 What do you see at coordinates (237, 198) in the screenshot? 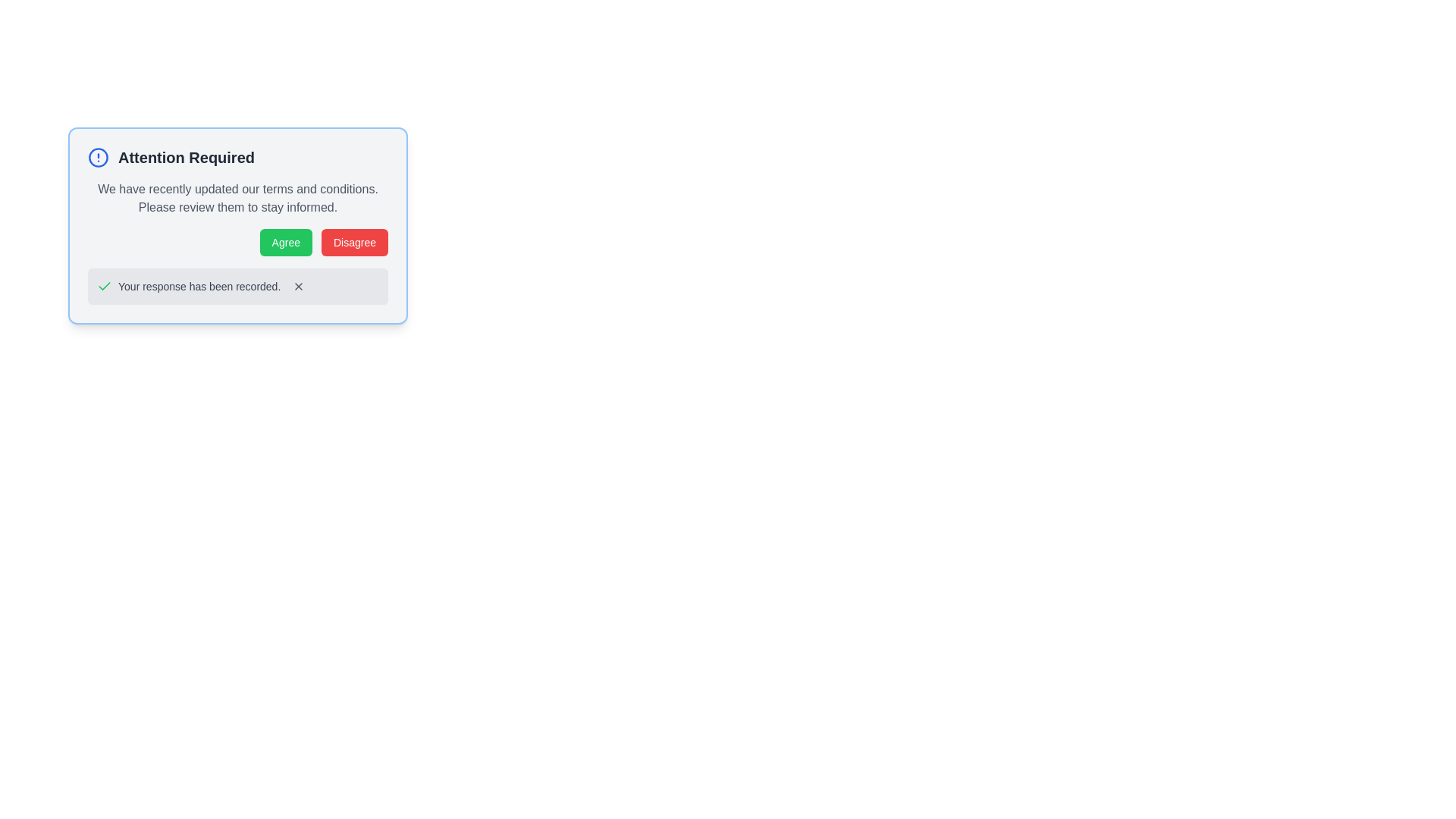
I see `the informational text label regarding the recent update to terms and conditions, positioned below the 'Attention Required' header and above the 'Agree' and 'Disagree' buttons` at bounding box center [237, 198].